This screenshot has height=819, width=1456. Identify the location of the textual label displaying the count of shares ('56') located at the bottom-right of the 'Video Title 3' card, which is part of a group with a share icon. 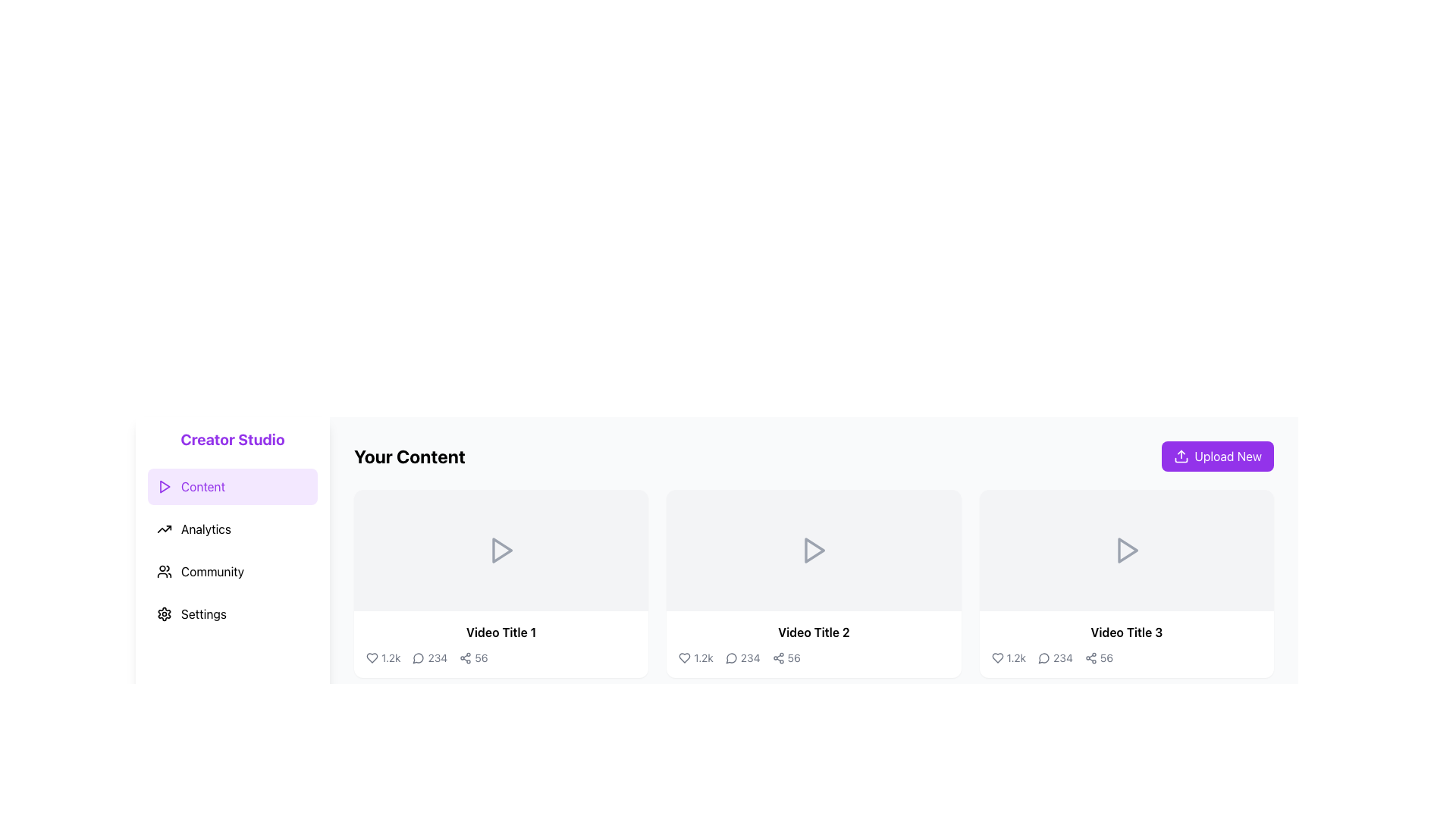
(1106, 657).